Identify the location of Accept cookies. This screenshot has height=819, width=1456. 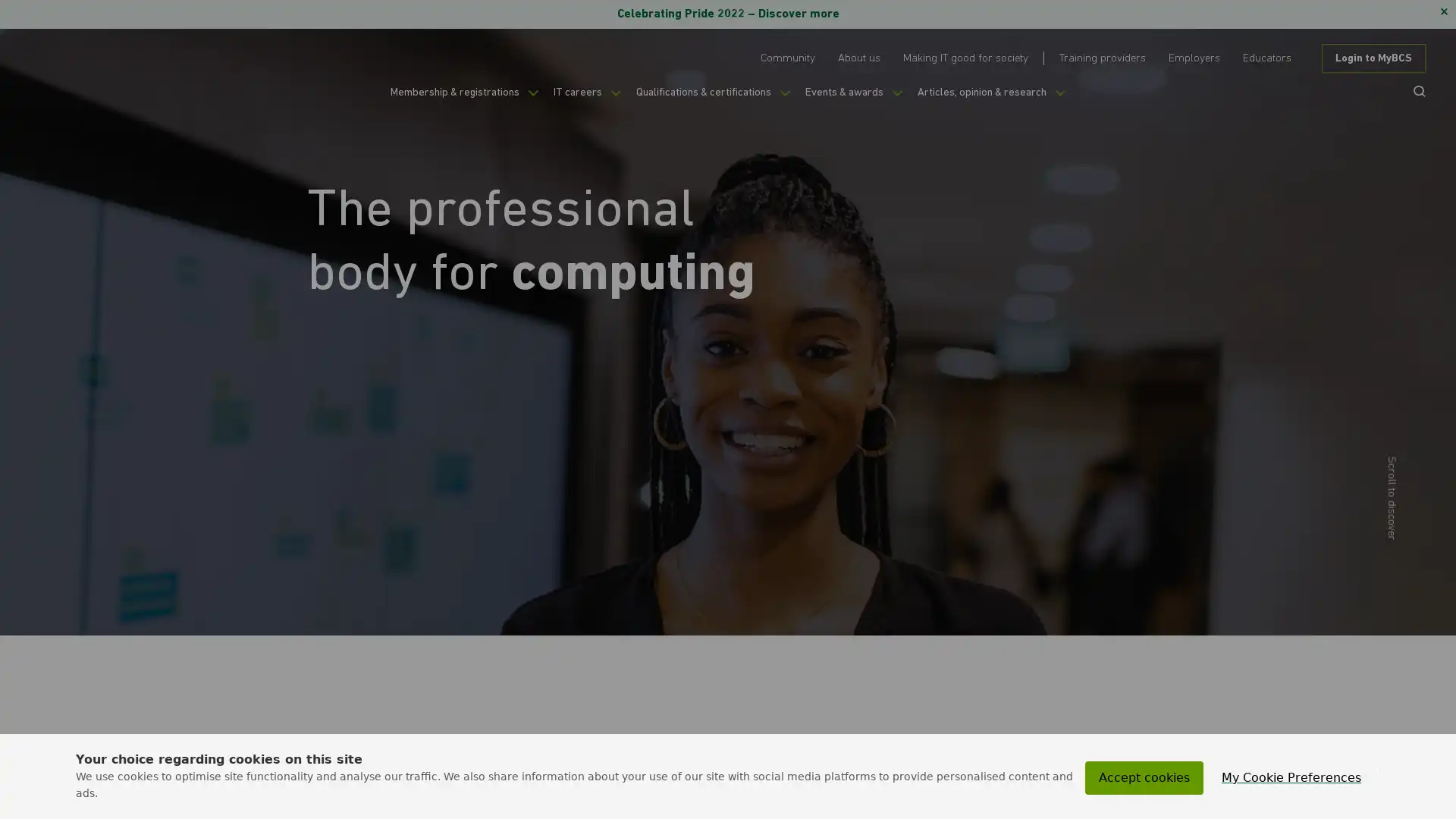
(1144, 778).